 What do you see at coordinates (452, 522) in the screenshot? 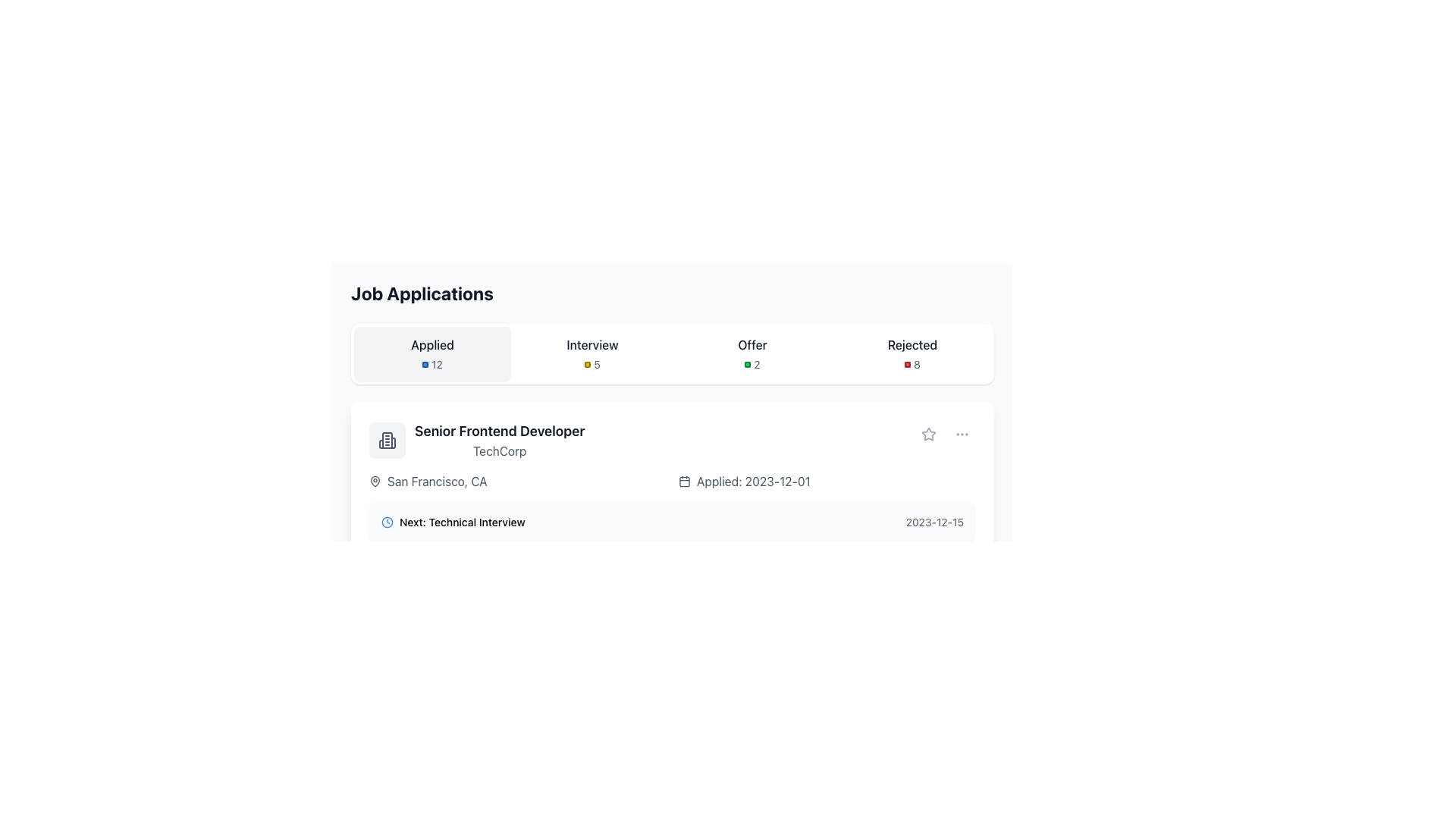
I see `information displayed in the Text with Icon element that shows the clock icon and the text 'Next: Technical Interview' under the job application card for the 'Senior Frontend Developer' position` at bounding box center [452, 522].